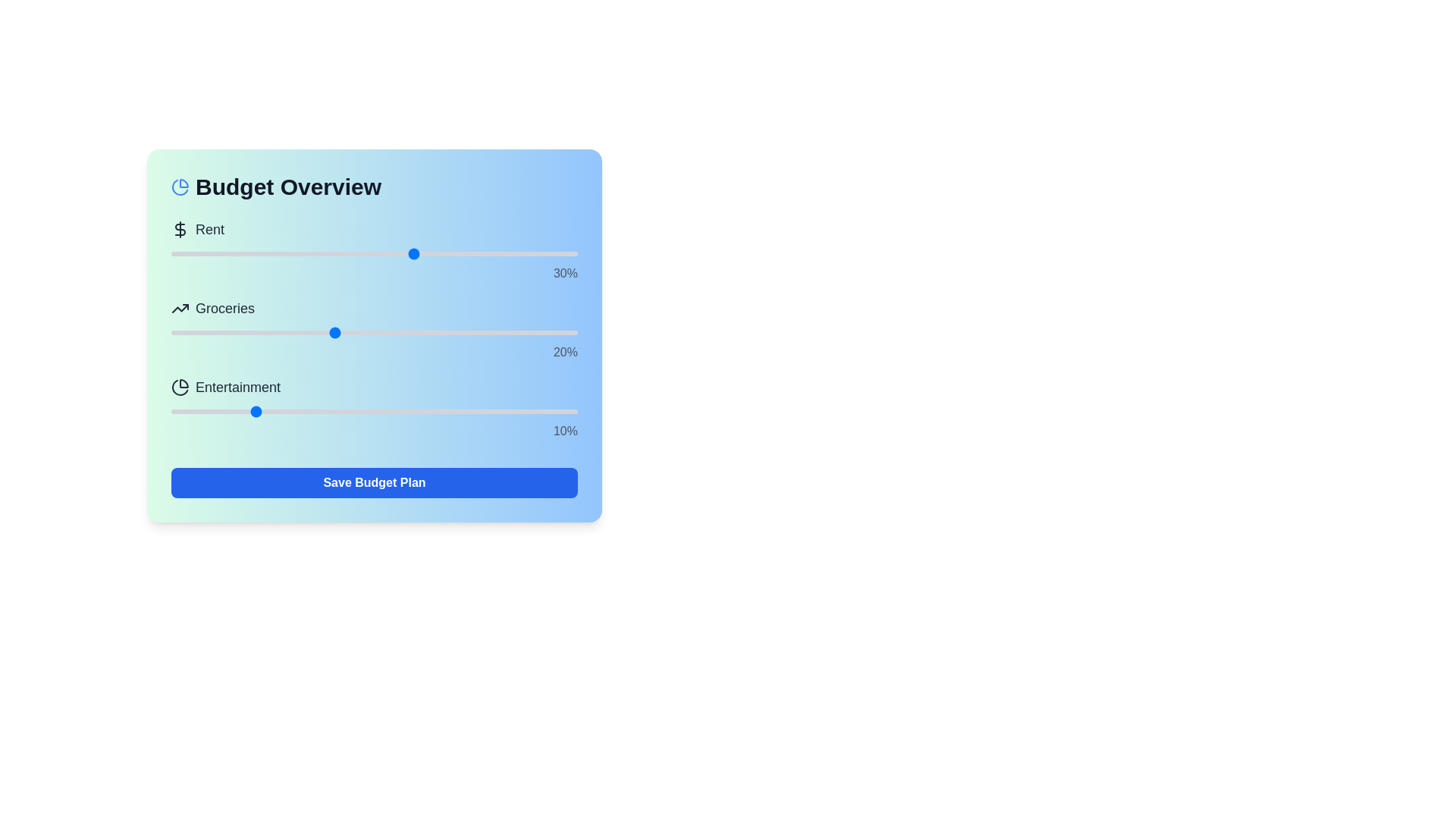  What do you see at coordinates (180, 308) in the screenshot?
I see `the Vector Polyline Element that visually represents upward trends within the SVG graphic of the 'trending up' icon` at bounding box center [180, 308].